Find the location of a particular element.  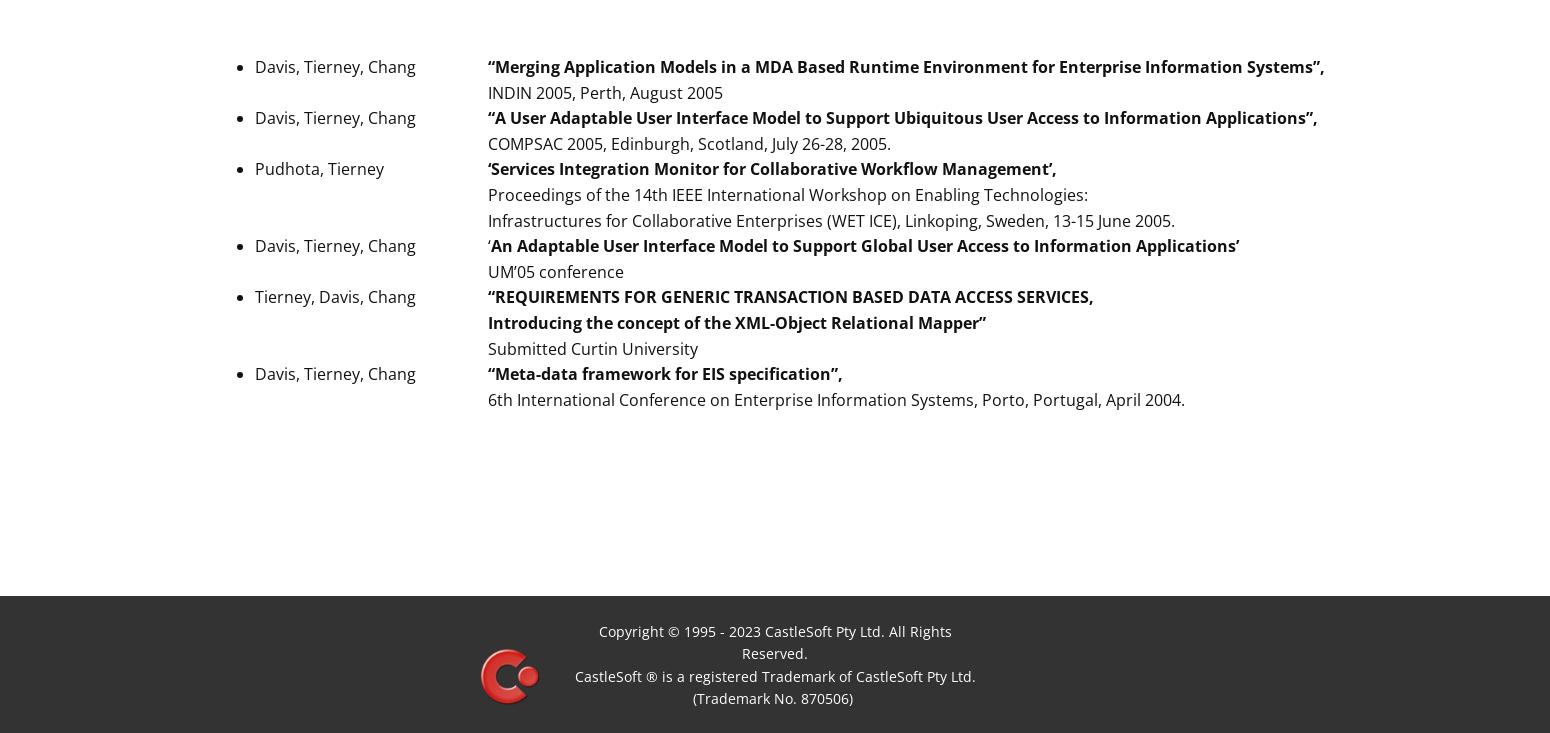

'Submitted Curtin University' is located at coordinates (595, 347).